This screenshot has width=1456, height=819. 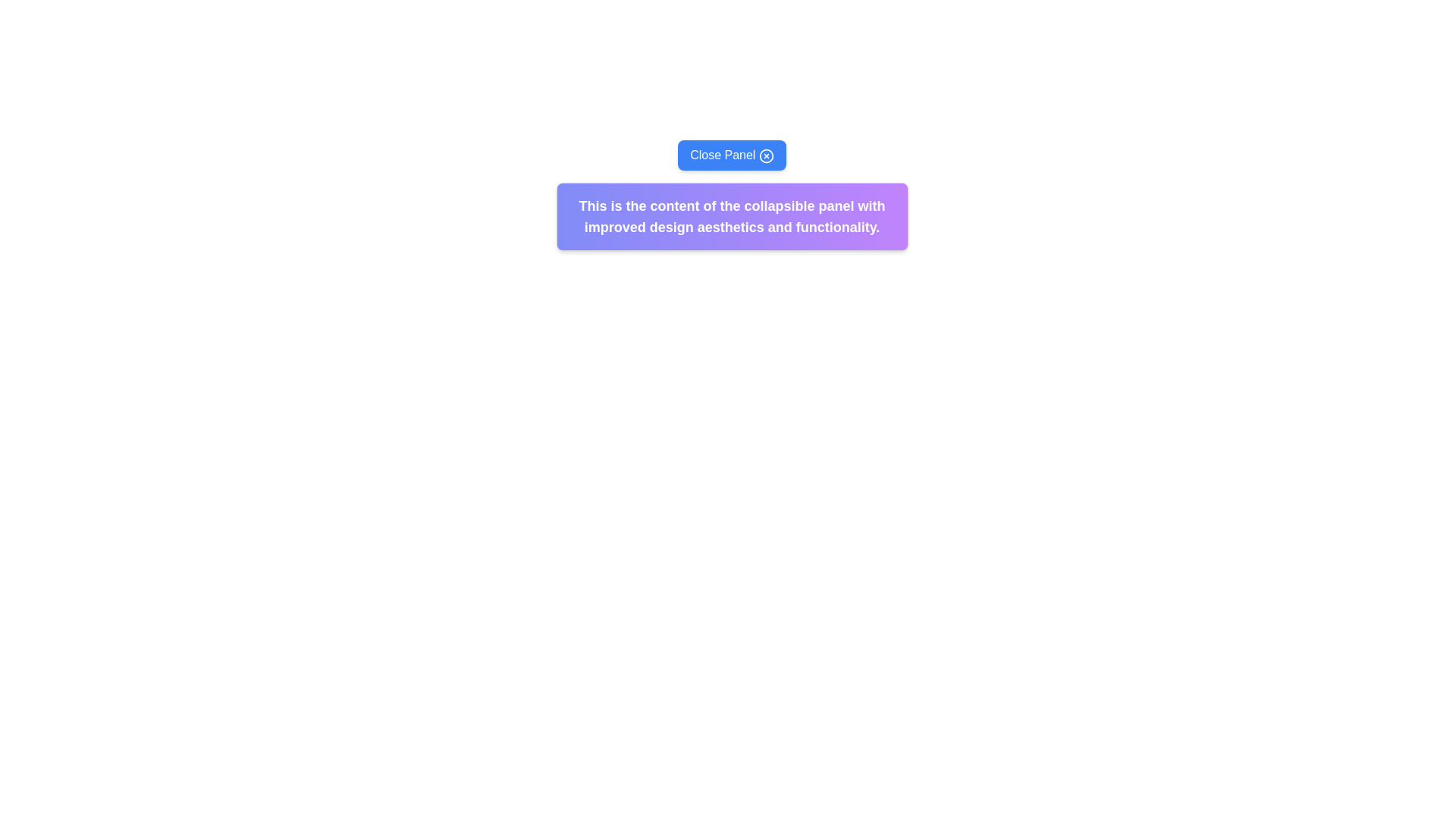 I want to click on the blue 'Close Panel' button with rounded corners and a shadow effect, so click(x=732, y=155).